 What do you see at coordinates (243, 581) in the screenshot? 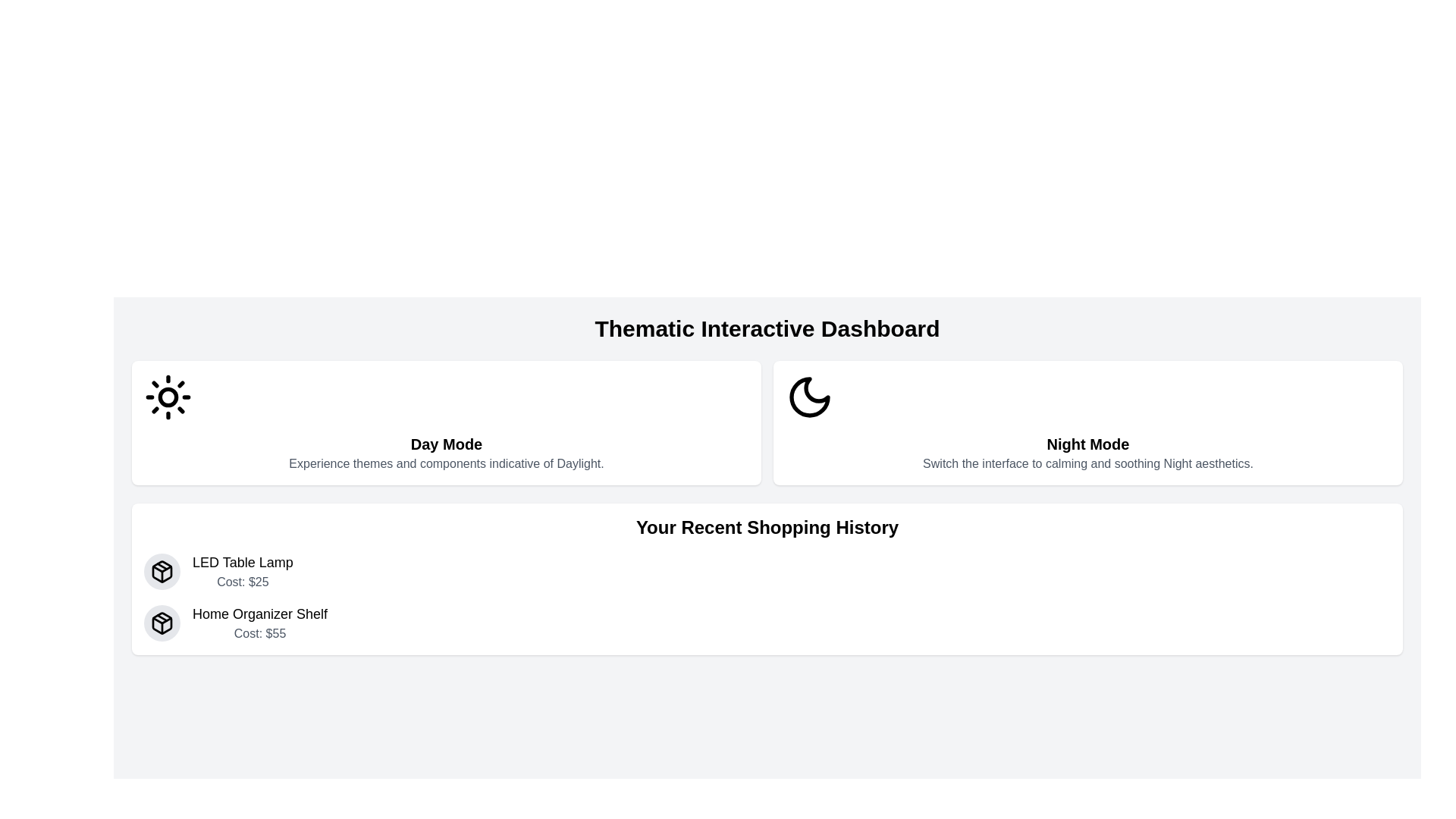
I see `the text label element that reads 'Cost: $25', which is styled in a small gray font and is centered on a white background, positioned directly underneath the 'LED Table Lamp' label in the 'Your Recent Shopping History' section` at bounding box center [243, 581].